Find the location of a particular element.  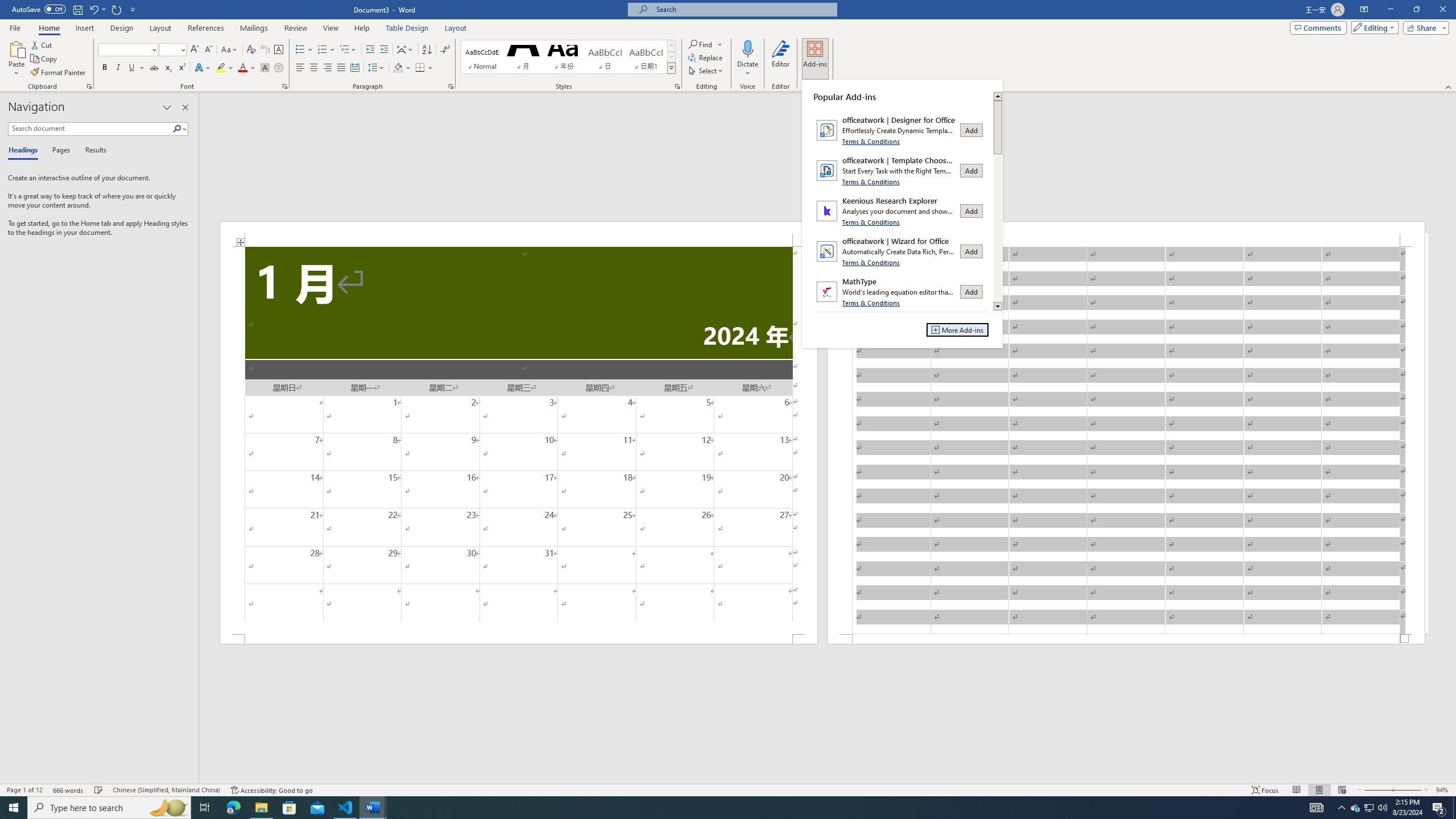

'File Explorer - 1 running window' is located at coordinates (260, 806).